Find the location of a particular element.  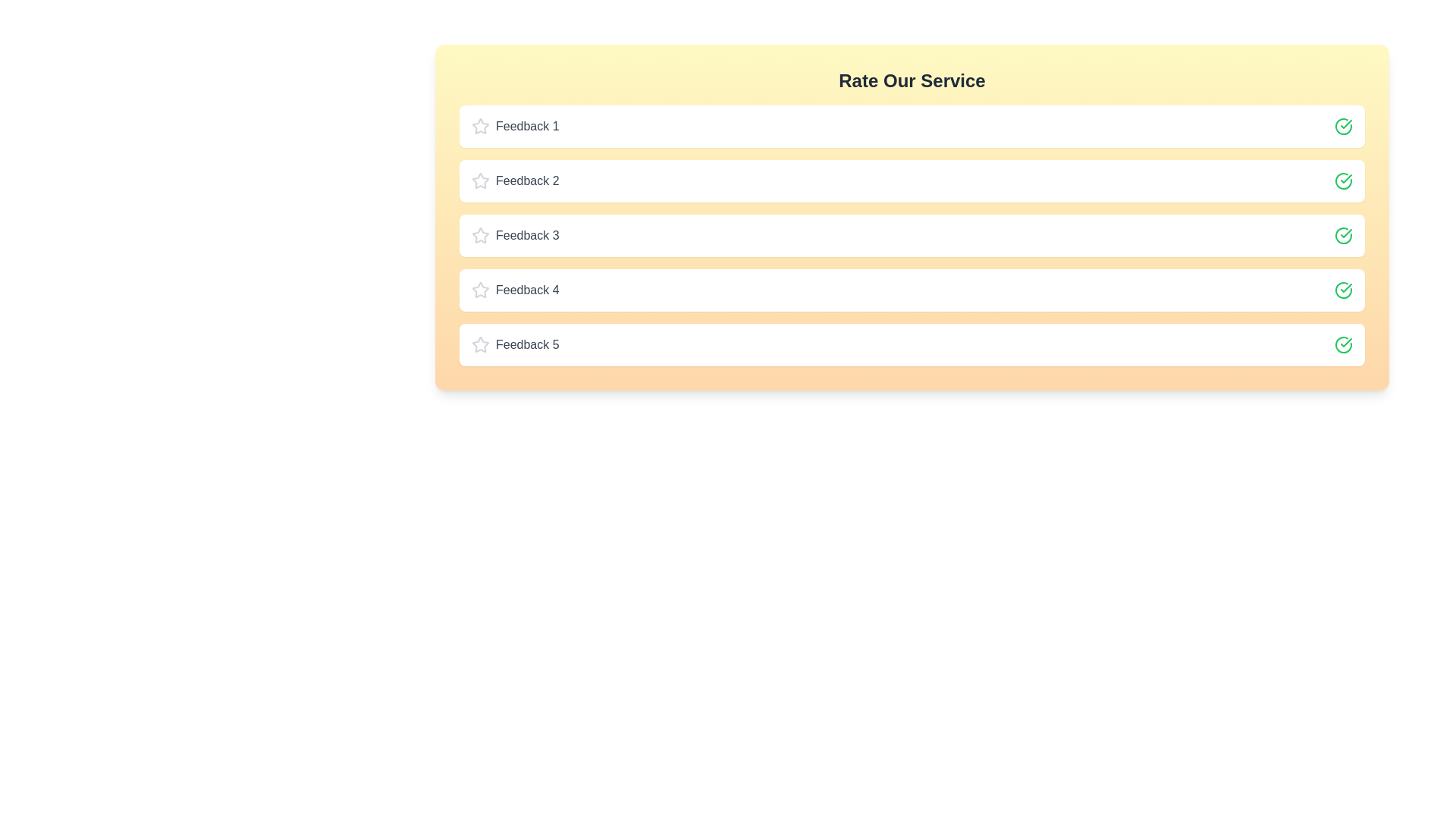

the check icon for feedback 3 to toggle its rating is located at coordinates (1343, 236).